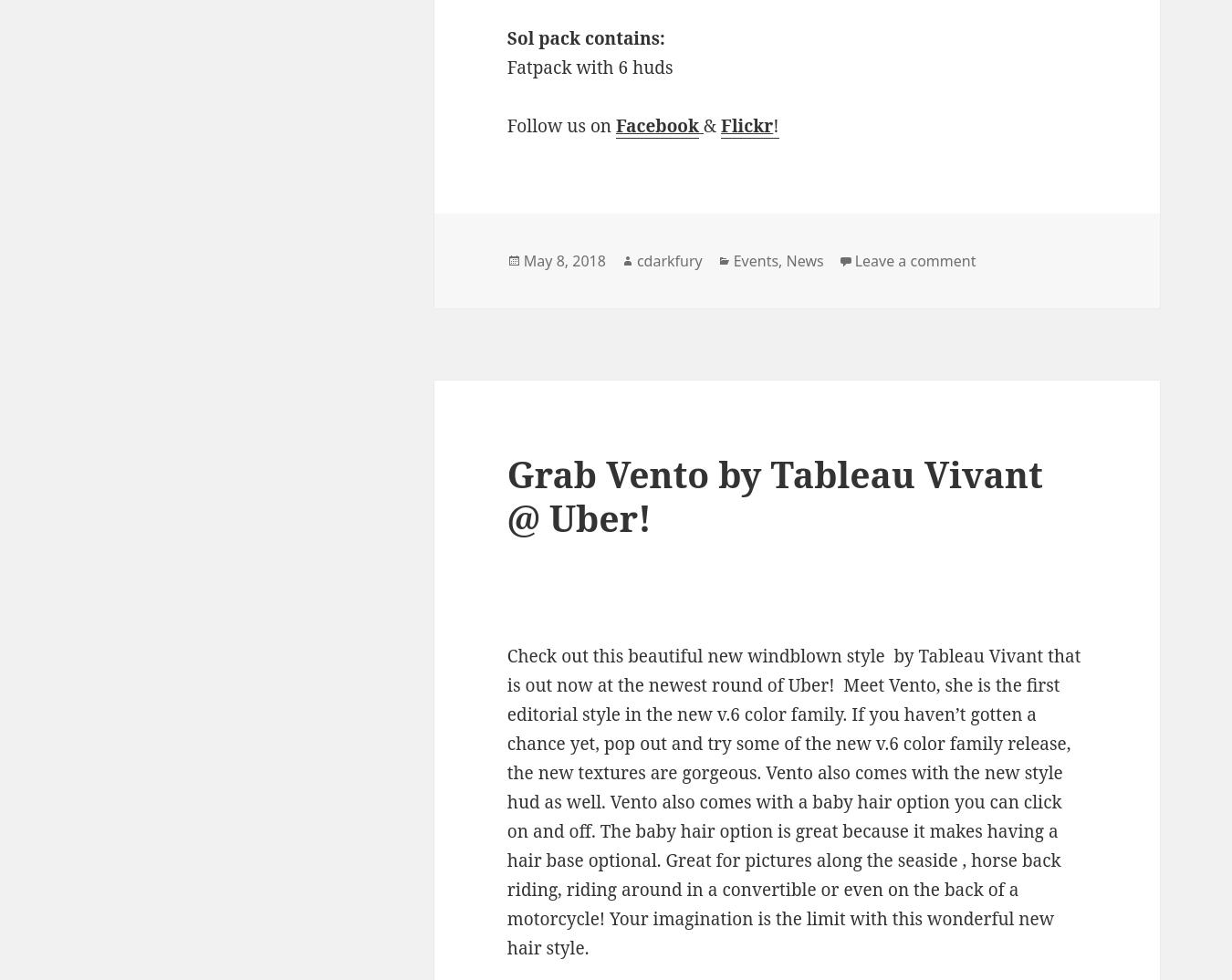  I want to click on 'Sol pack contains:', so click(585, 36).